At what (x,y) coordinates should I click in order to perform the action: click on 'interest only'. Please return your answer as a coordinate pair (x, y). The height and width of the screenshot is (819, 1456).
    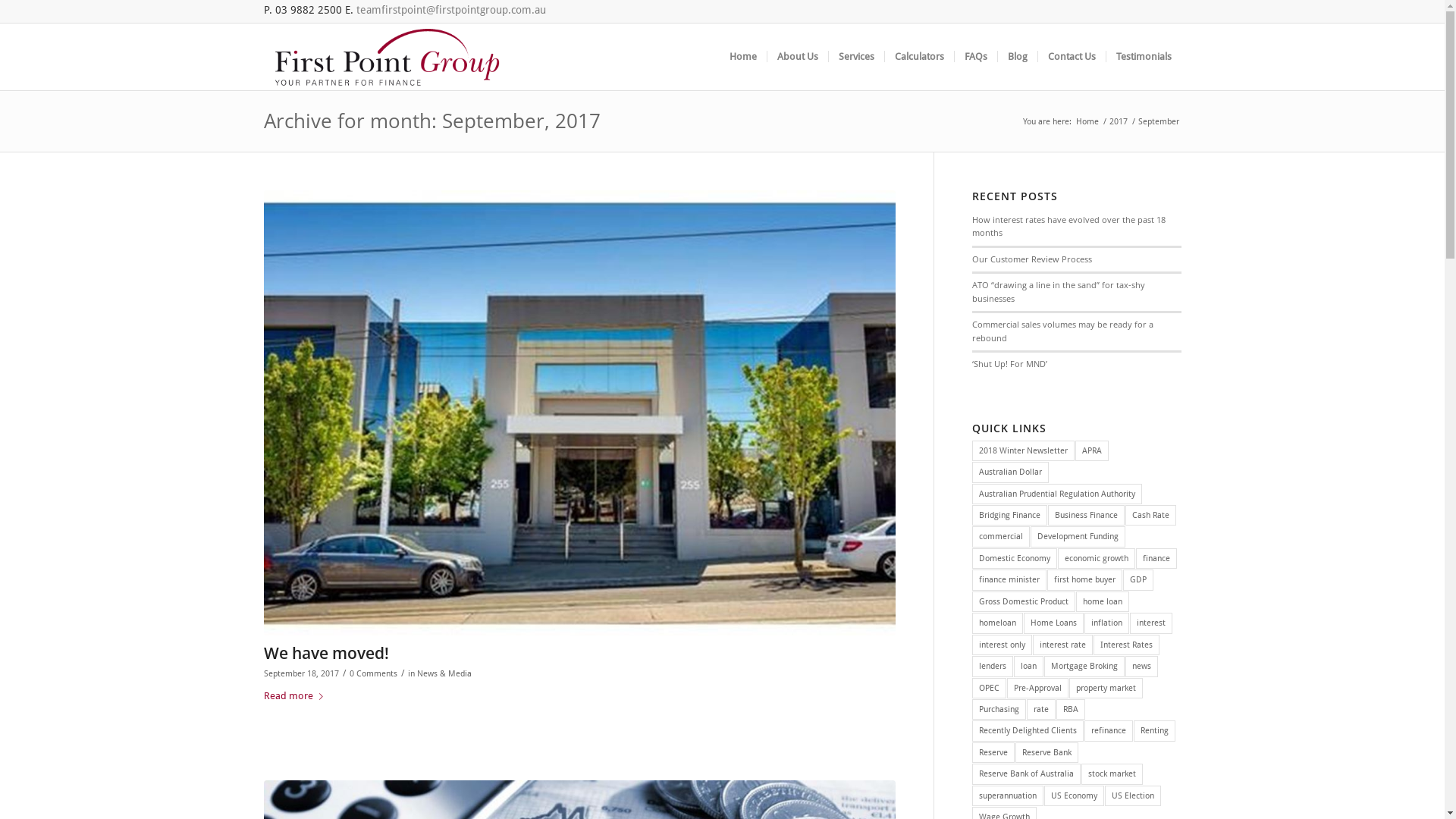
    Looking at the image, I should click on (1002, 645).